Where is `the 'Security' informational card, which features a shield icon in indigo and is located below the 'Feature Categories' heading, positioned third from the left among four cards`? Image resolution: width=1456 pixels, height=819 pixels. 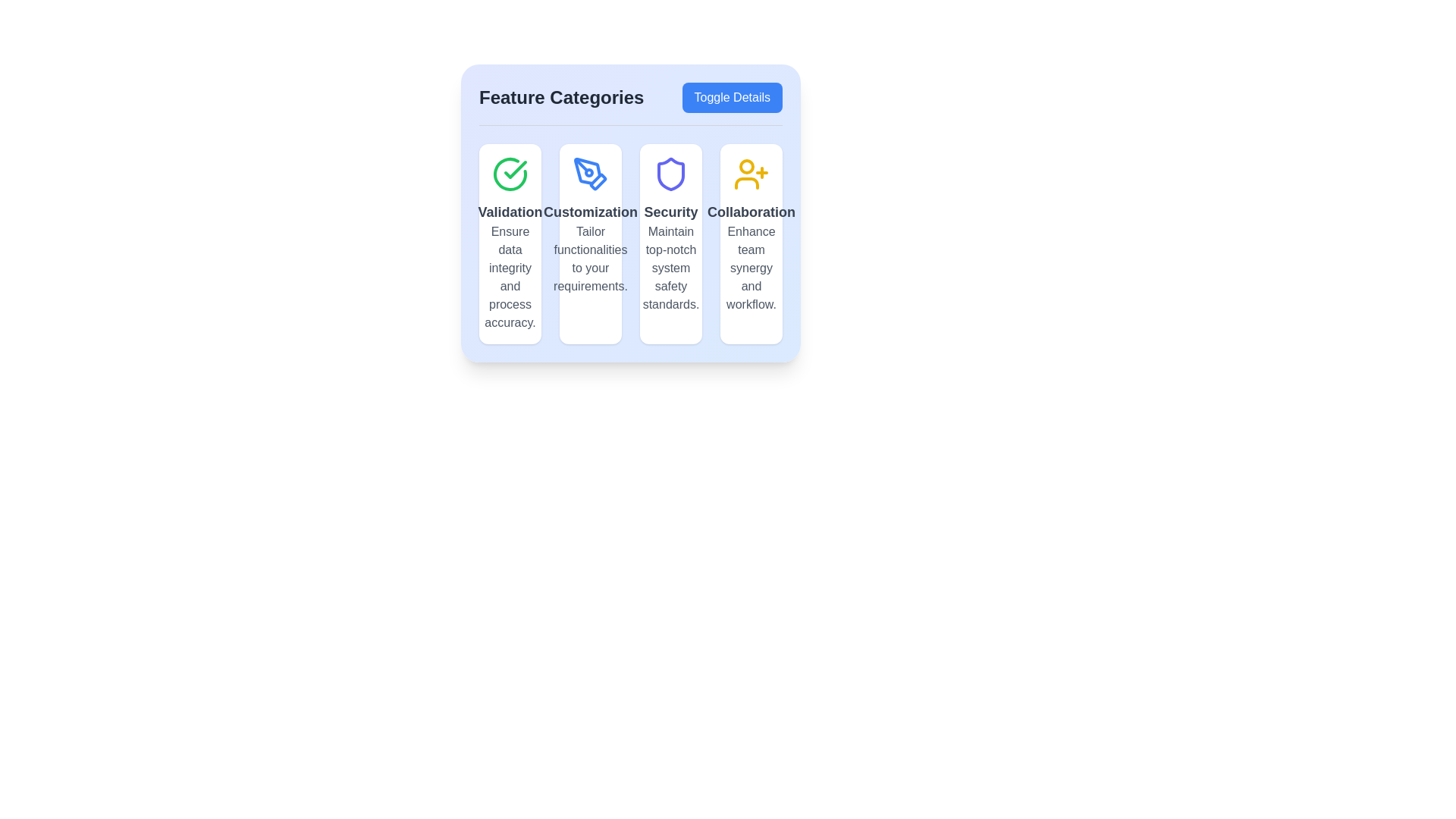
the 'Security' informational card, which features a shield icon in indigo and is located below the 'Feature Categories' heading, positioned third from the left among four cards is located at coordinates (670, 243).